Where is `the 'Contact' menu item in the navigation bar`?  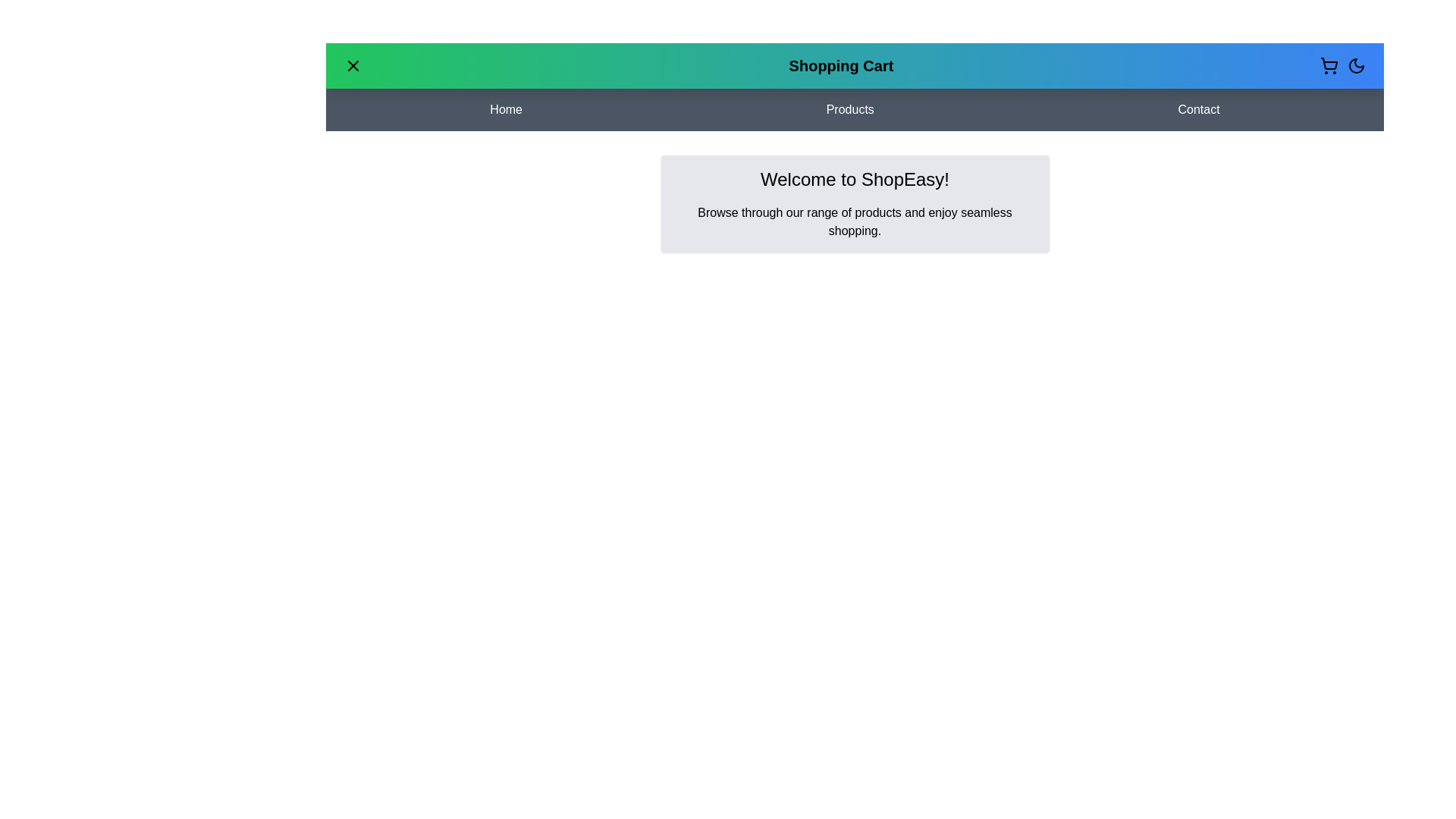 the 'Contact' menu item in the navigation bar is located at coordinates (1197, 109).